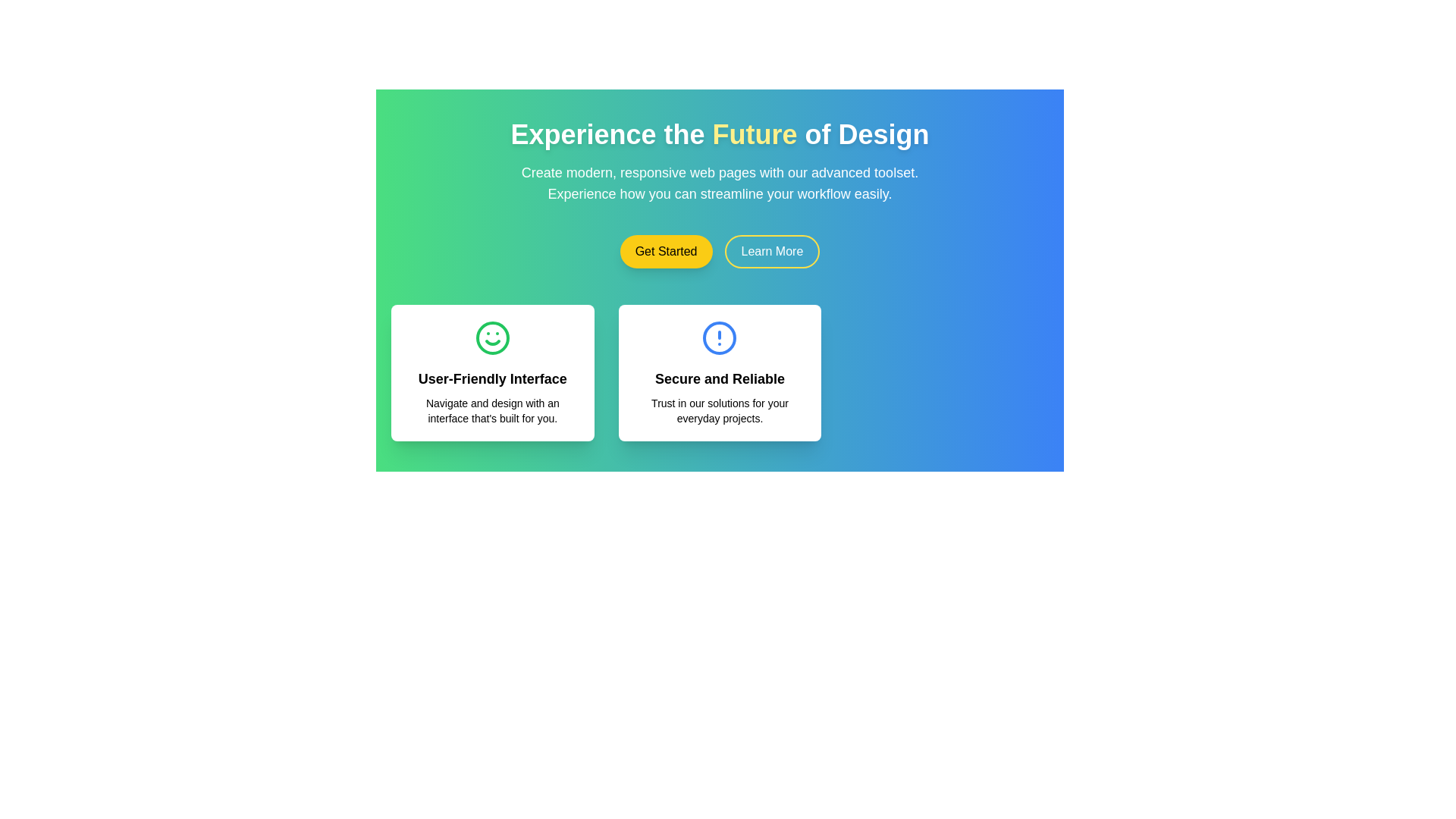 Image resolution: width=1456 pixels, height=819 pixels. What do you see at coordinates (492, 337) in the screenshot?
I see `the decorative icon located at the top of the 'User-Friendly Interface' box in the bottom-left section of the central interface` at bounding box center [492, 337].